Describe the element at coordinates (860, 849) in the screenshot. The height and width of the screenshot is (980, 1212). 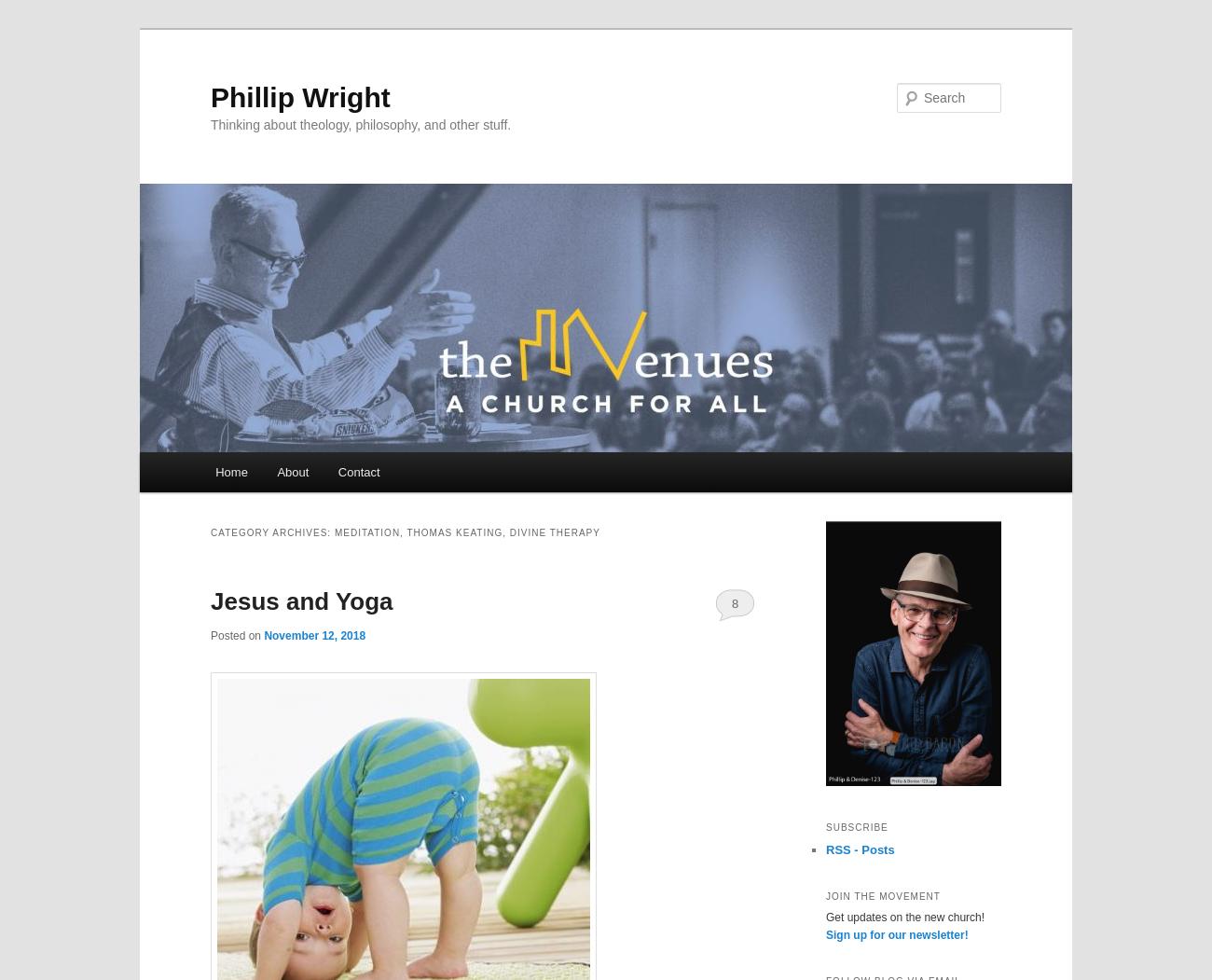
I see `'RSS - Posts'` at that location.